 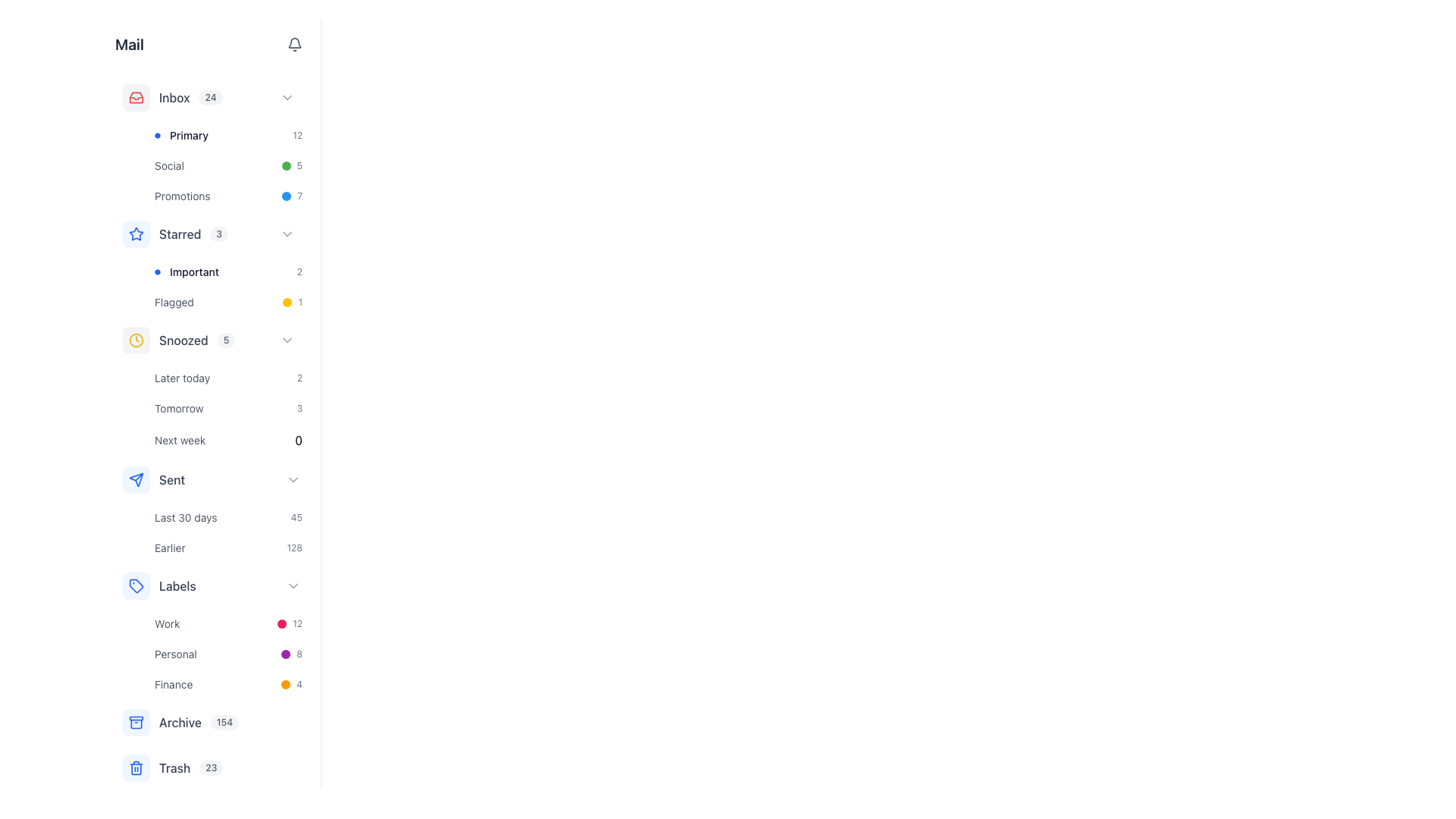 I want to click on the 'Earlier' label displayed in small gray font, located in the left sidebar within the 'Sent' section, so click(x=170, y=548).